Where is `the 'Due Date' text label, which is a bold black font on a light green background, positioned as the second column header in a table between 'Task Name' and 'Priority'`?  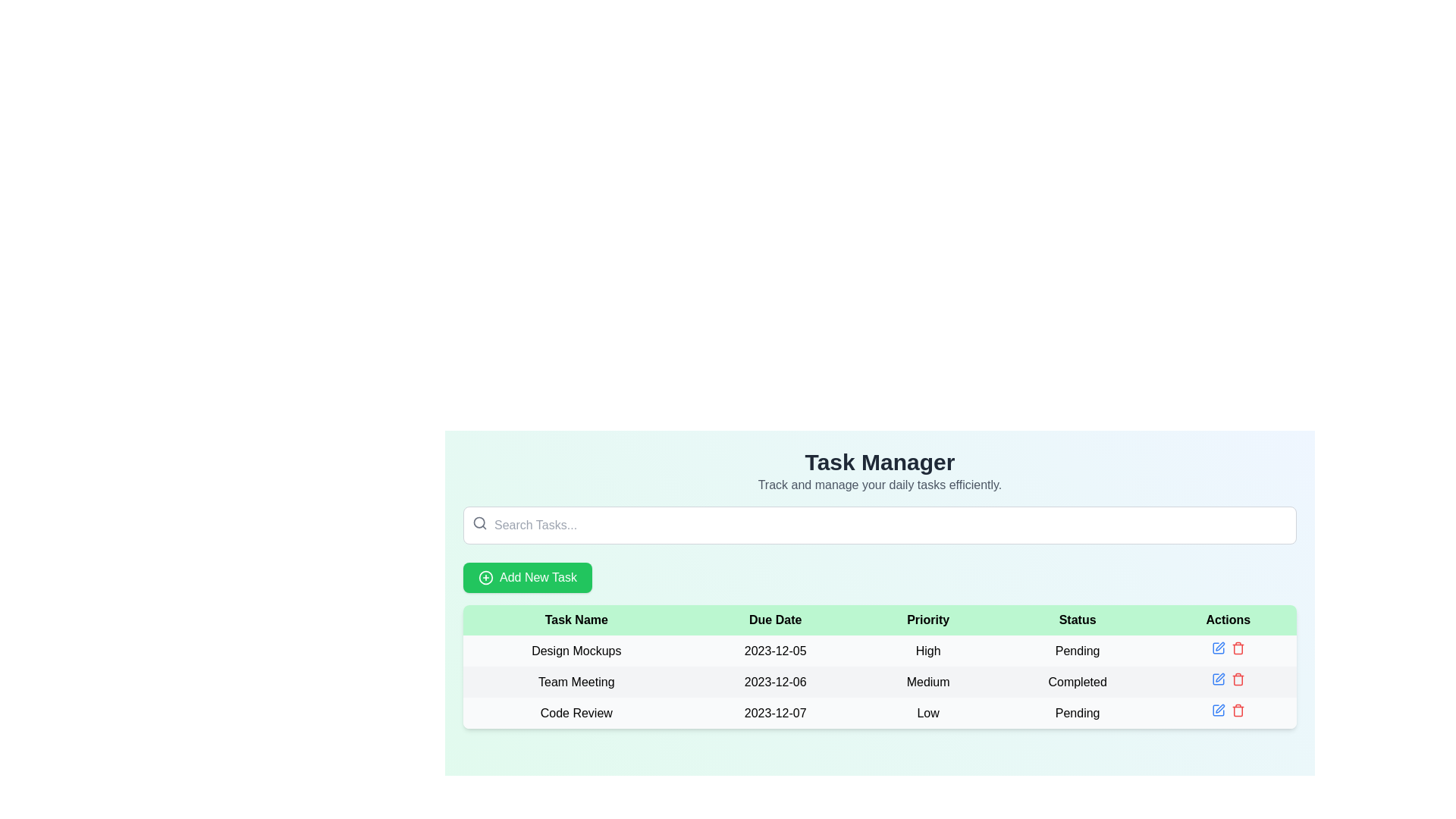 the 'Due Date' text label, which is a bold black font on a light green background, positioned as the second column header in a table between 'Task Name' and 'Priority' is located at coordinates (775, 620).